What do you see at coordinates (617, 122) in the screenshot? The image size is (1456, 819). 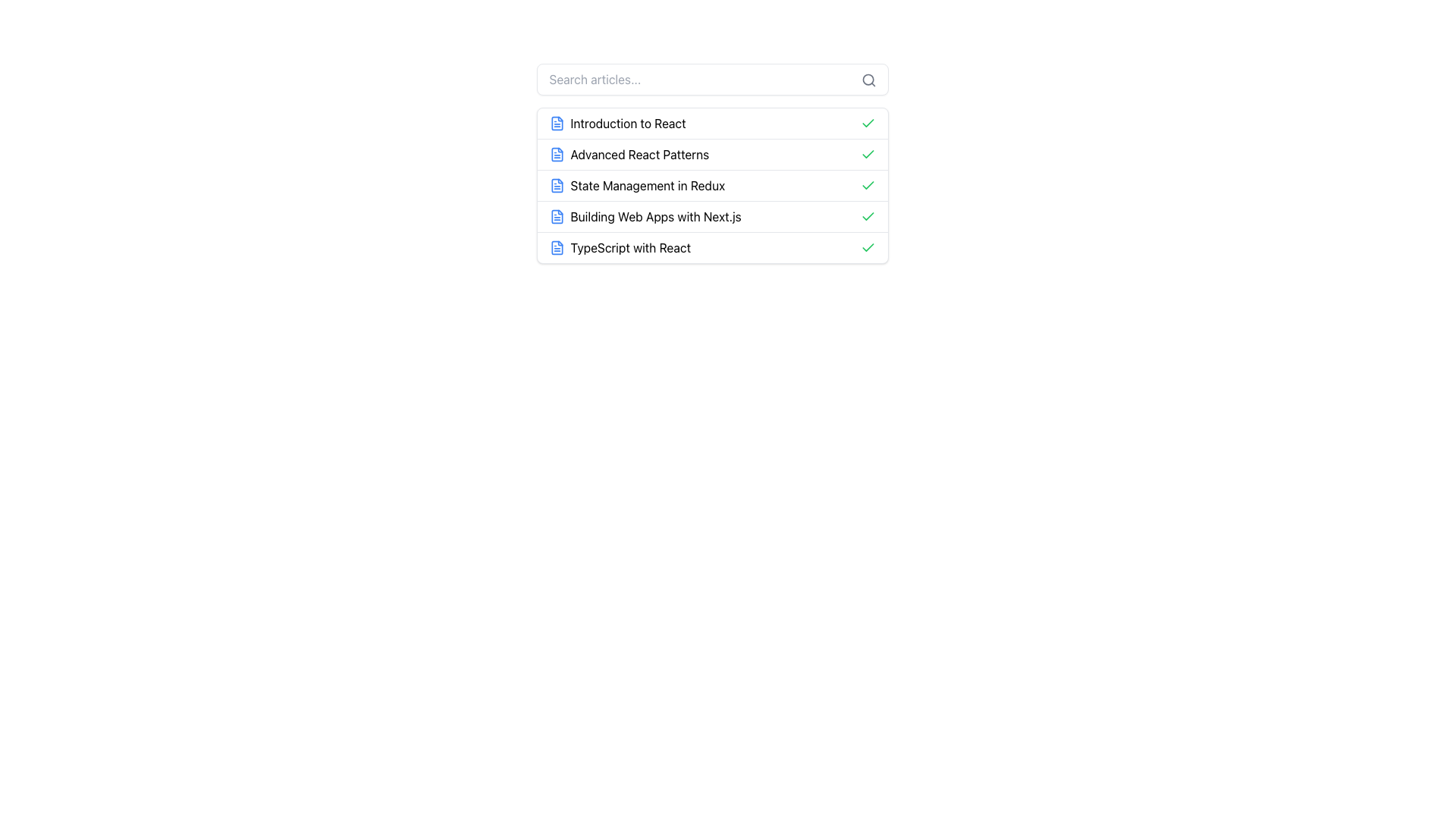 I see `the first list item titled 'Introduction to React'` at bounding box center [617, 122].